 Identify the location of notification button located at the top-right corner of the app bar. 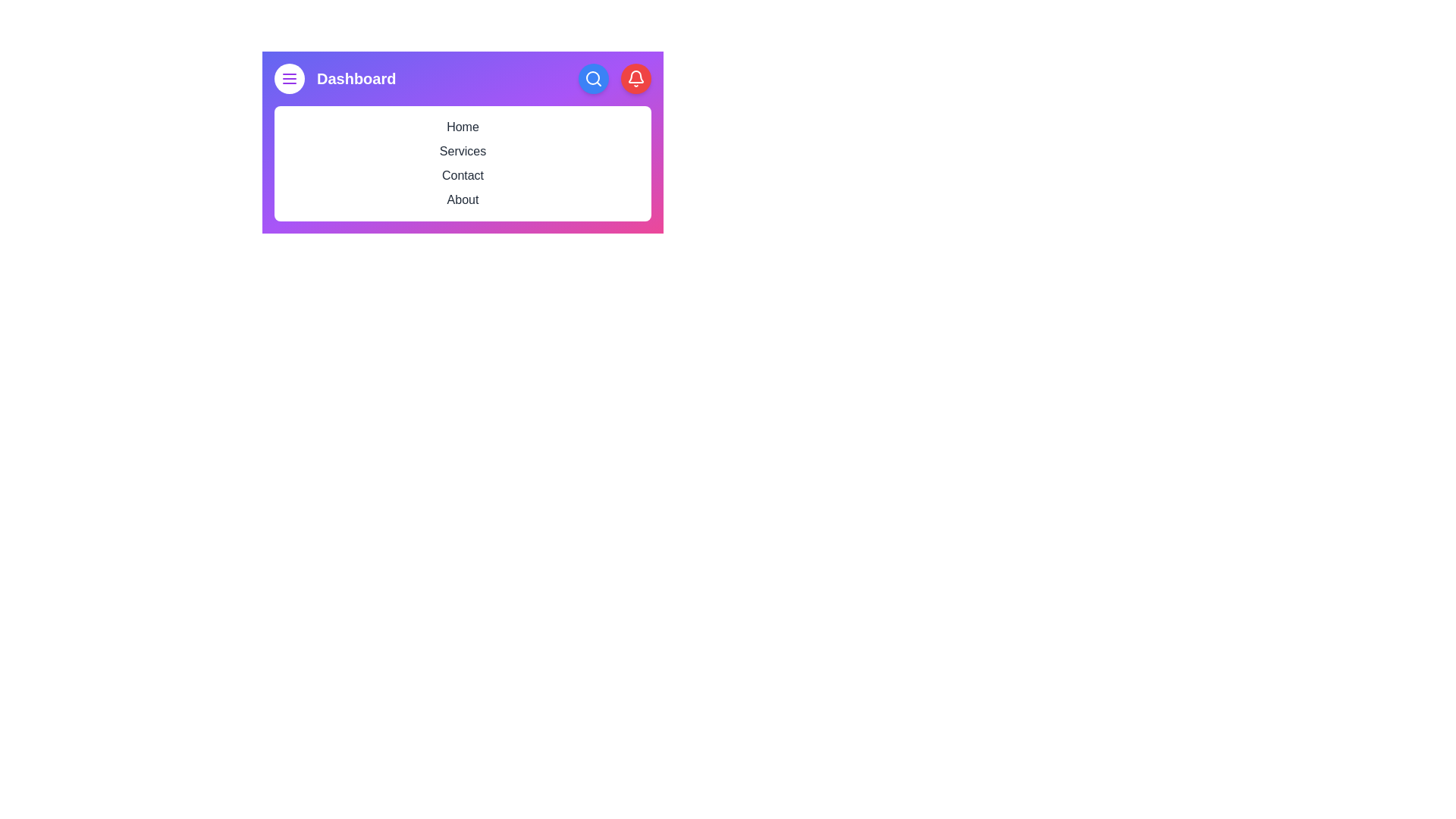
(636, 79).